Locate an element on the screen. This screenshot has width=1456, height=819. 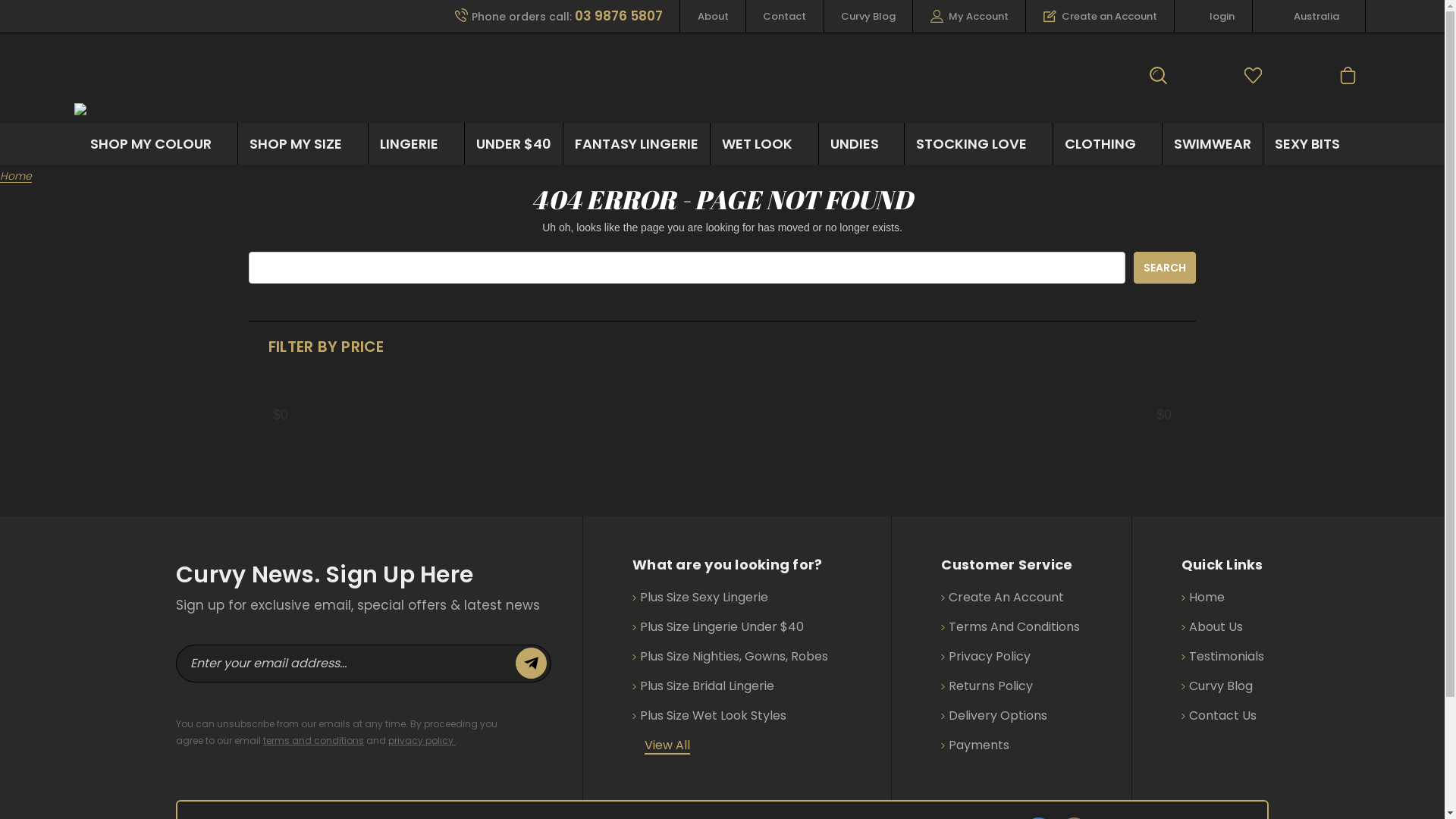
'Curvy Blog' is located at coordinates (1216, 686).